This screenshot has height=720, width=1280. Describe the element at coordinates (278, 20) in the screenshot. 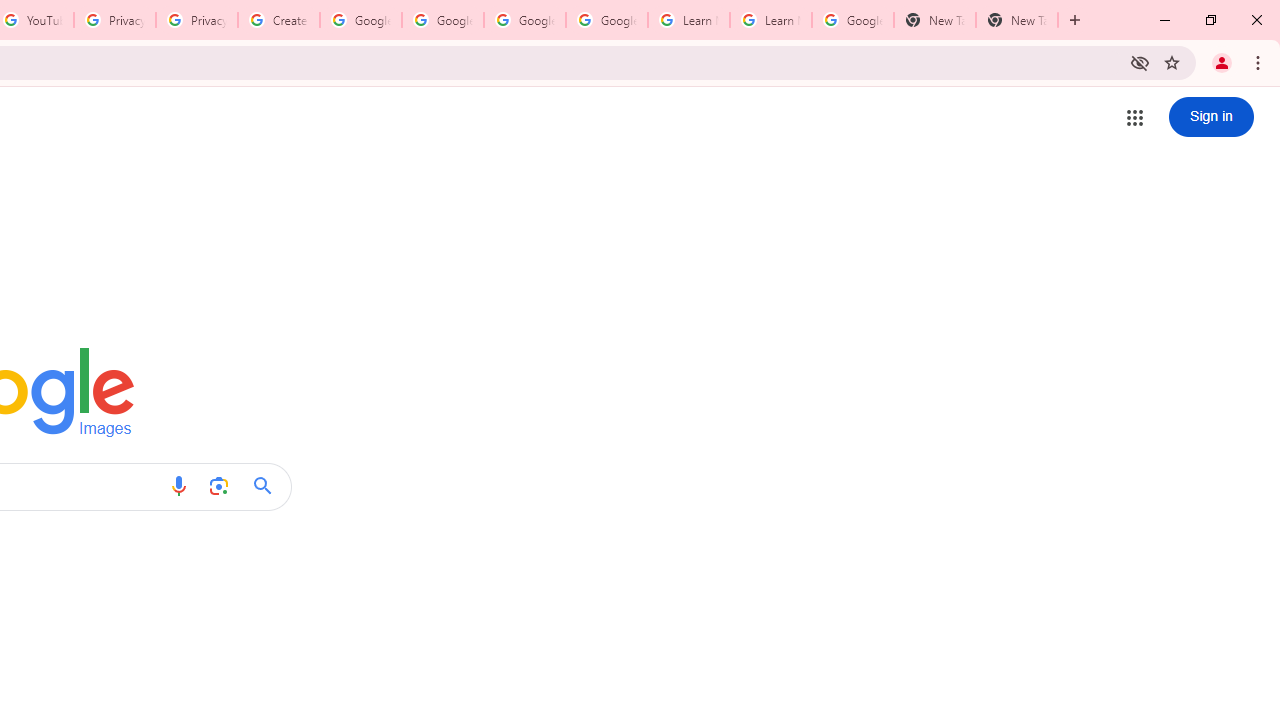

I see `'Create your Google Account'` at that location.